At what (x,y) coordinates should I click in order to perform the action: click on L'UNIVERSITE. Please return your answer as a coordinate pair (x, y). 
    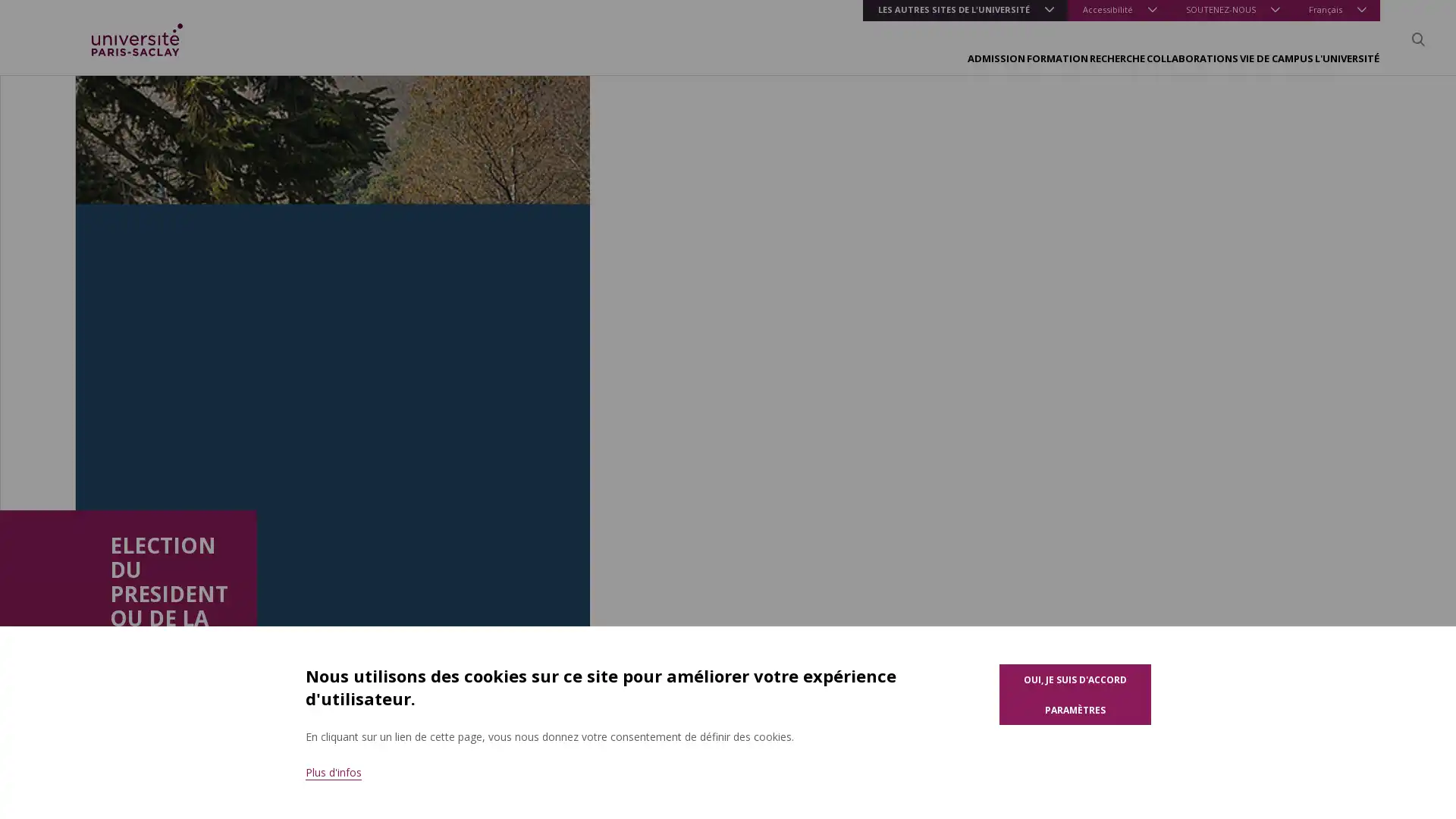
    Looking at the image, I should click on (1324, 52).